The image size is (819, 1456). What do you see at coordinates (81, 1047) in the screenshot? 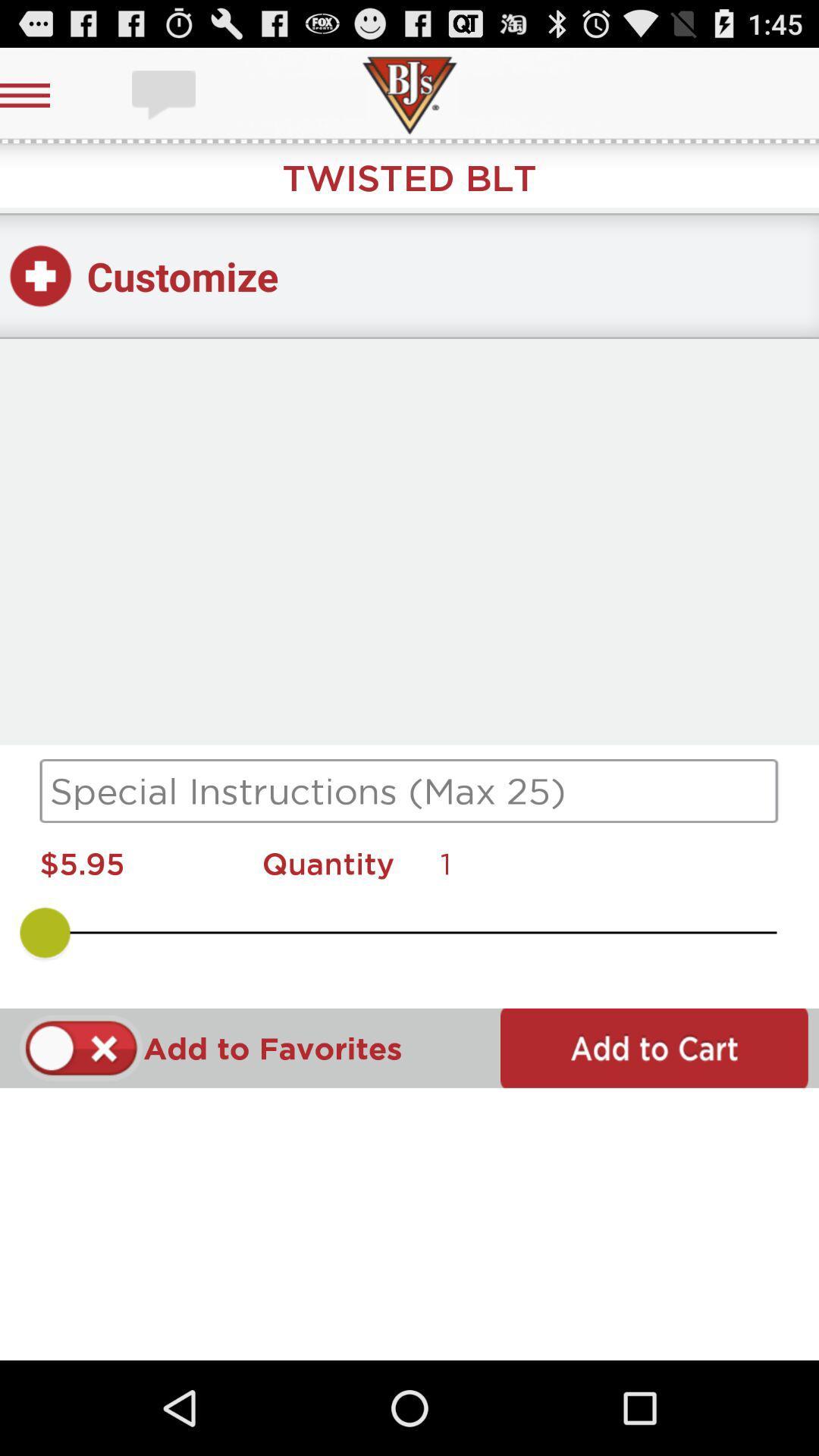
I see `close botten` at bounding box center [81, 1047].